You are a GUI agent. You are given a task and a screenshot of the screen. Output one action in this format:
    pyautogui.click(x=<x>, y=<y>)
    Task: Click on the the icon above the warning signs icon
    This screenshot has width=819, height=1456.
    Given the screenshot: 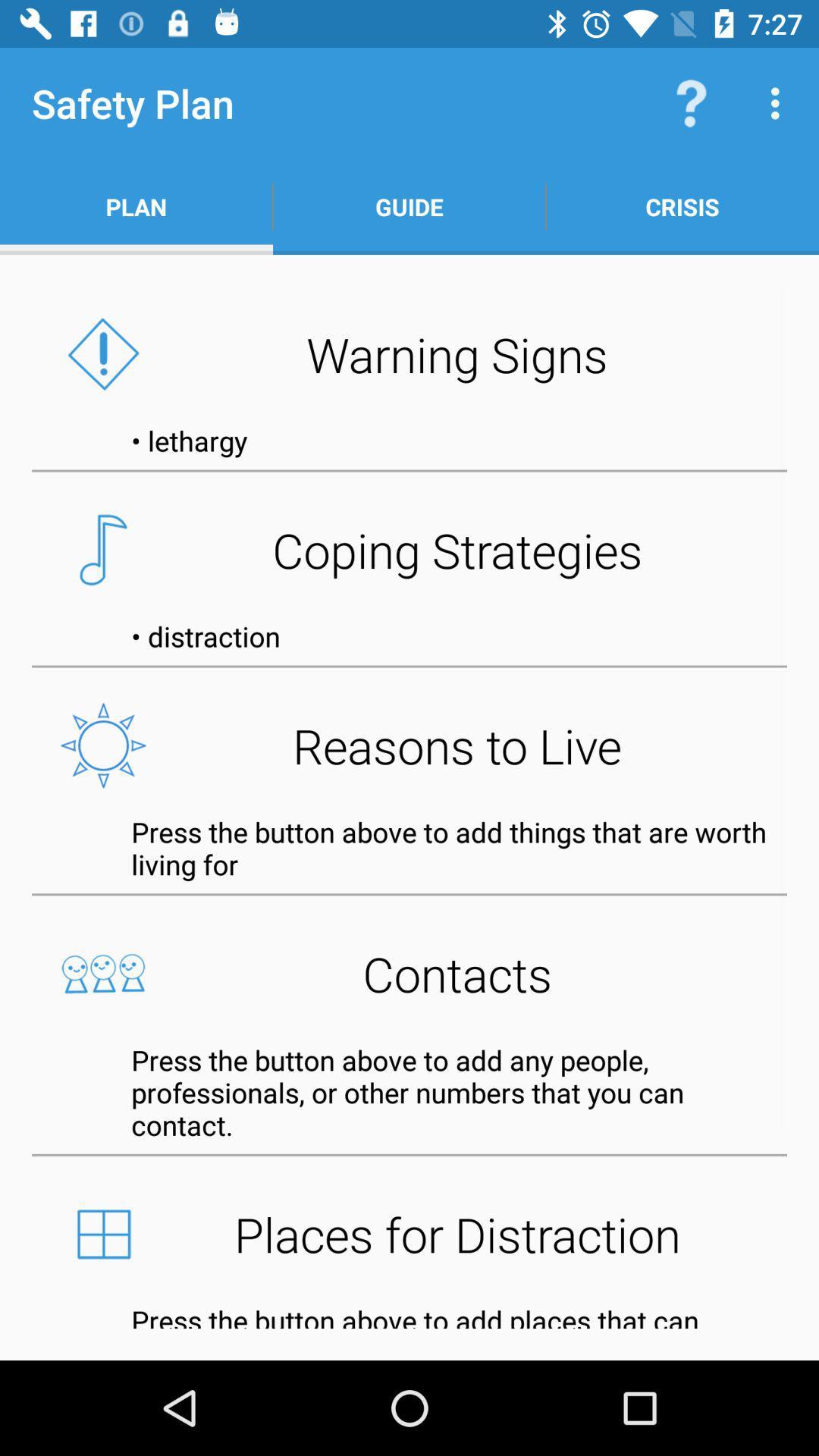 What is the action you would take?
    pyautogui.click(x=409, y=206)
    